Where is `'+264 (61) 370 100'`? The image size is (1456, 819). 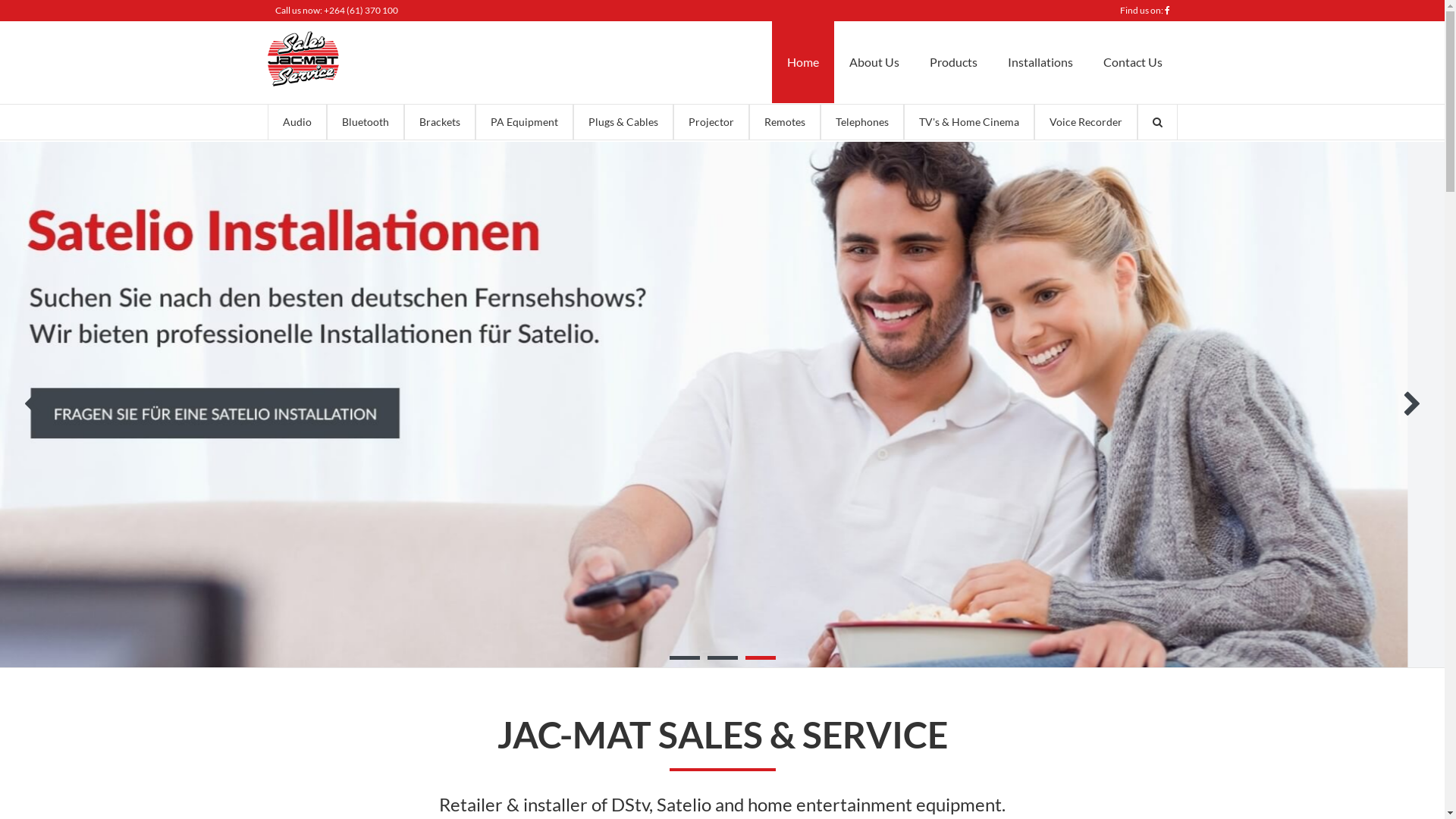
'+264 (61) 370 100' is located at coordinates (359, 10).